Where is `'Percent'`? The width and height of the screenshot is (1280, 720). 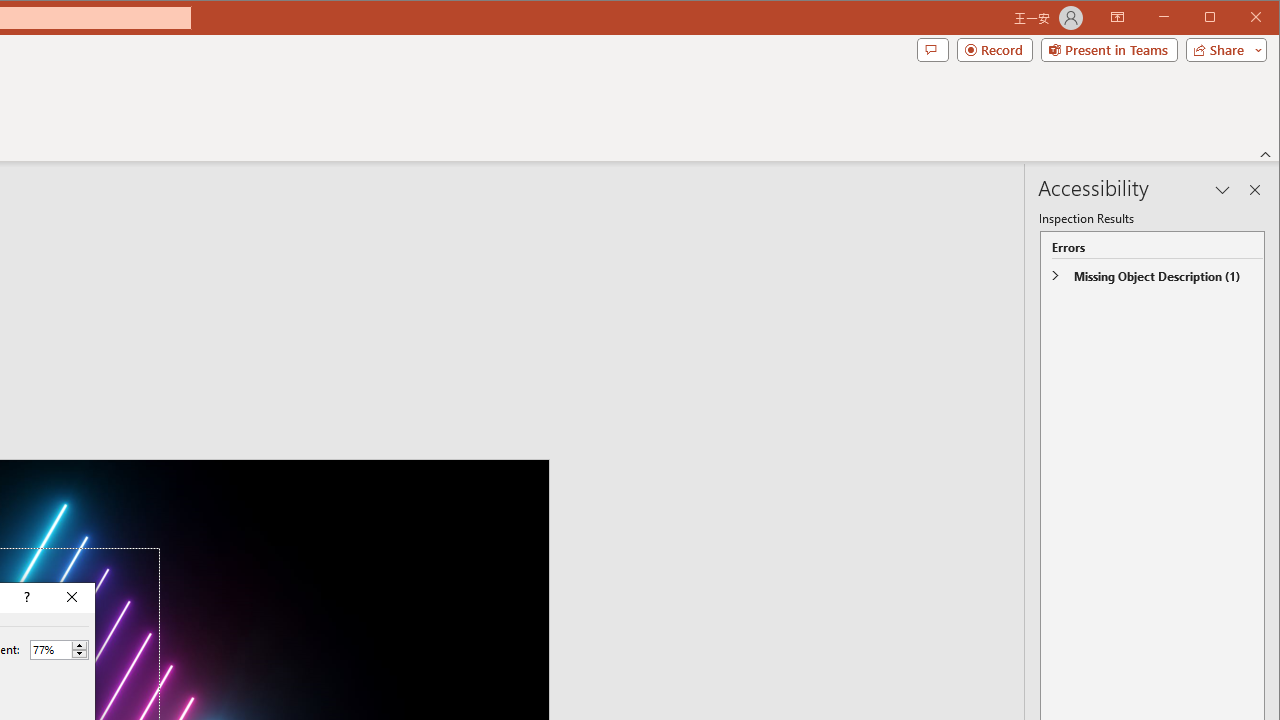 'Percent' is located at coordinates (59, 650).